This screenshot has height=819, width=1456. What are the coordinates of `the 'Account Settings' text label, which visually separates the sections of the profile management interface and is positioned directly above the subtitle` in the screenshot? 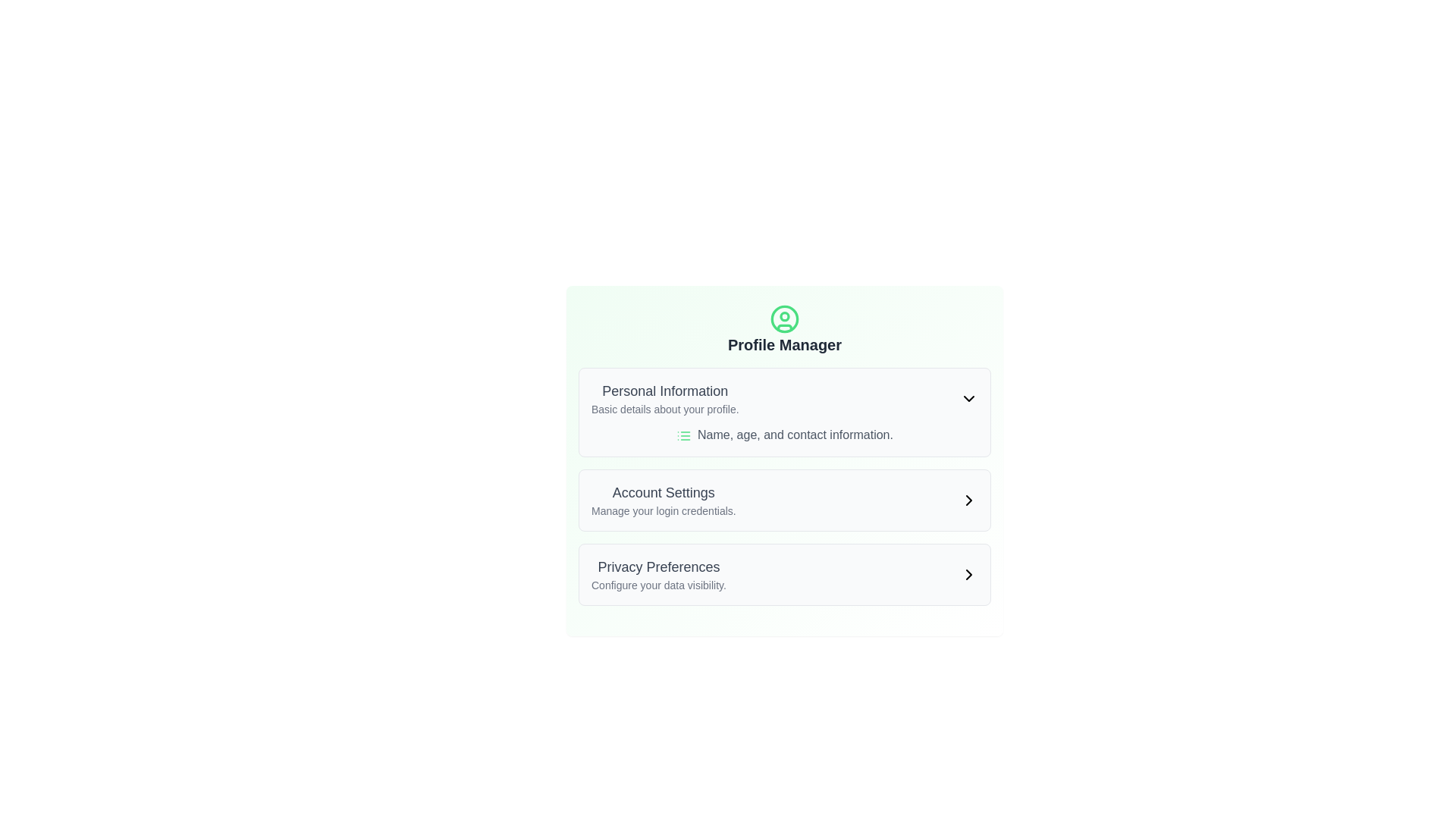 It's located at (664, 493).